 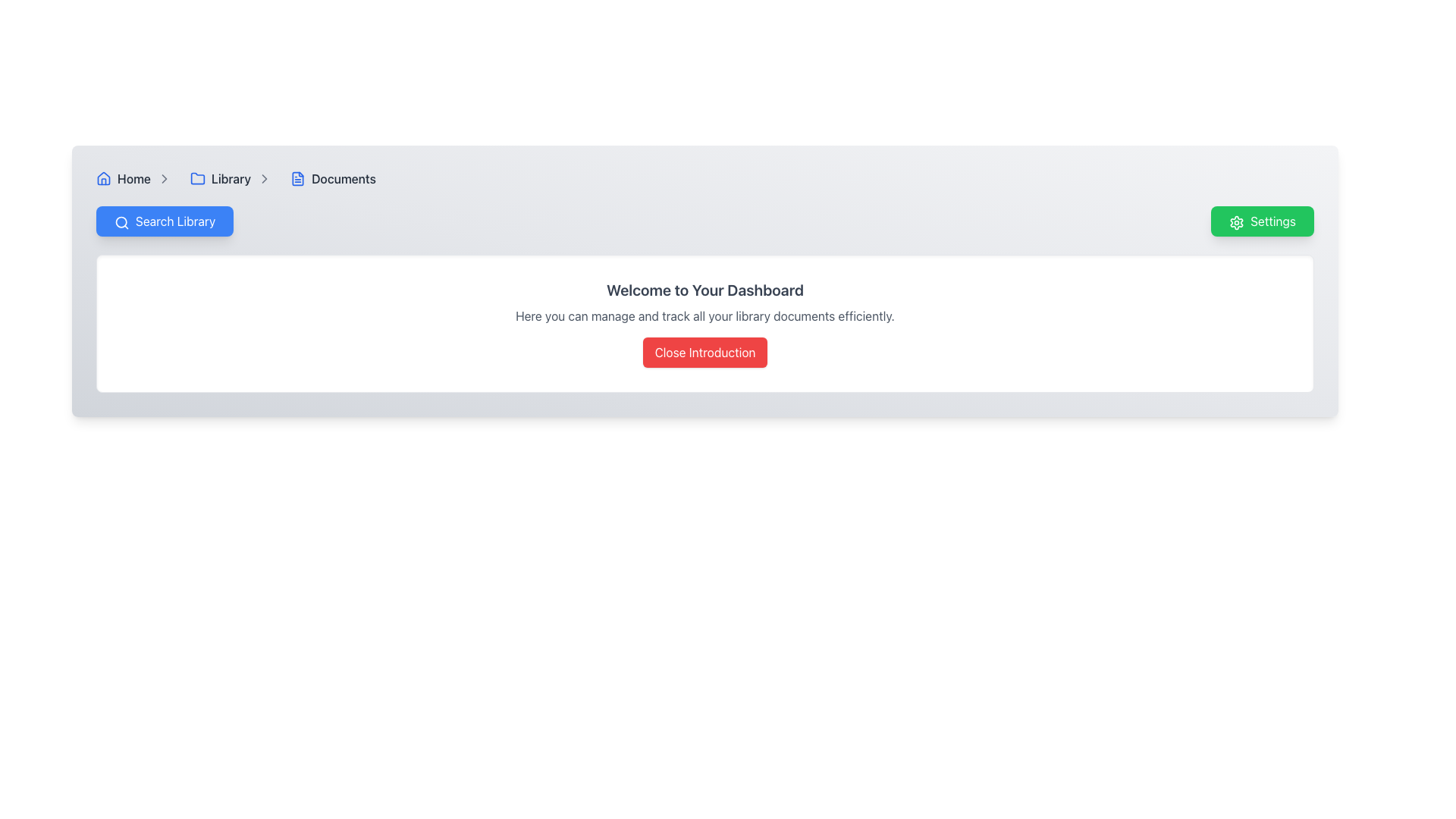 I want to click on the central circular feature of the search function icon within the 'Search Library' button located in the top-left section of the interface, so click(x=121, y=221).